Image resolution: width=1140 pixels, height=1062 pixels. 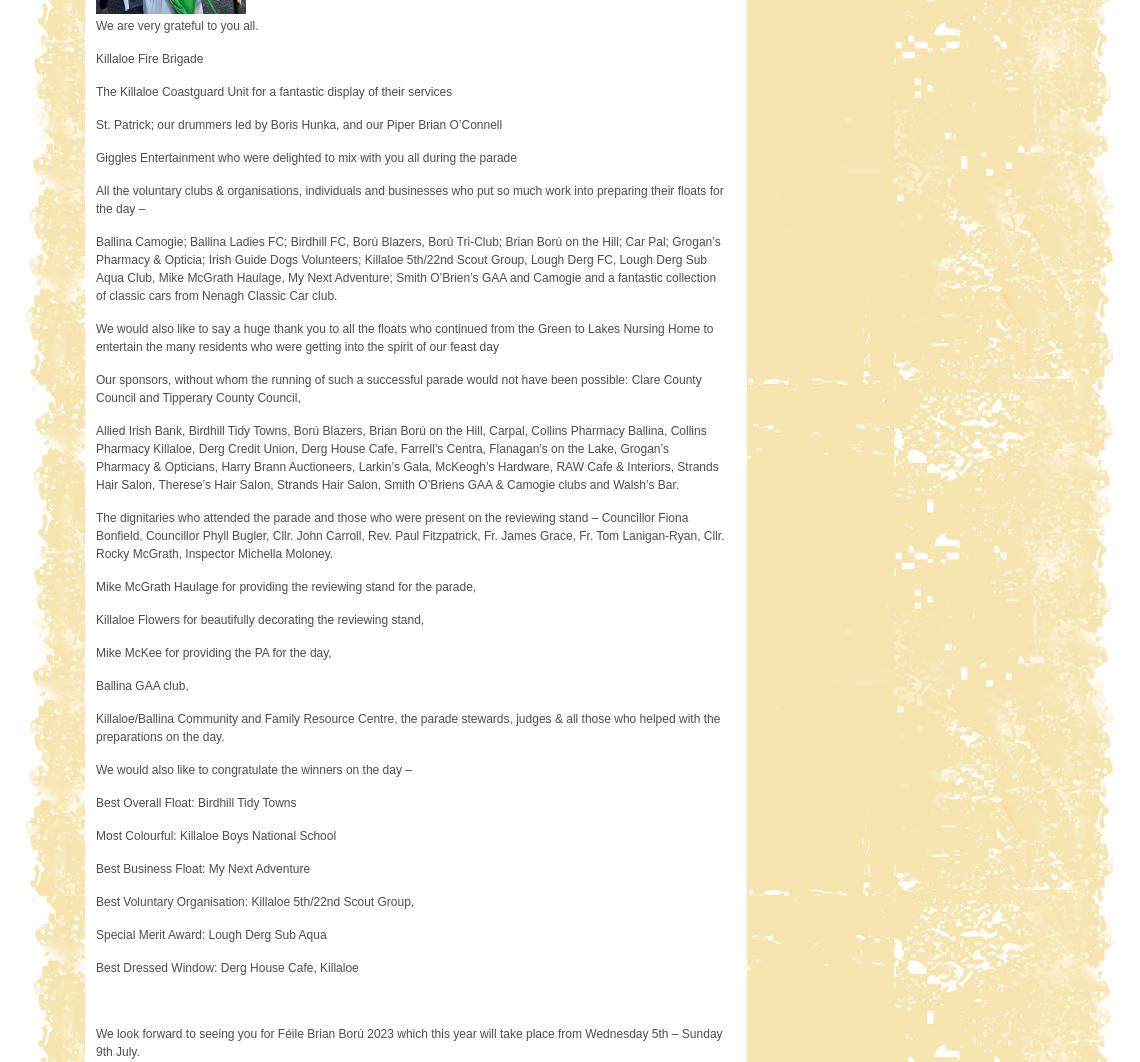 What do you see at coordinates (273, 91) in the screenshot?
I see `'The Killaloe Coastguard Unit for a fantastic display of their services'` at bounding box center [273, 91].